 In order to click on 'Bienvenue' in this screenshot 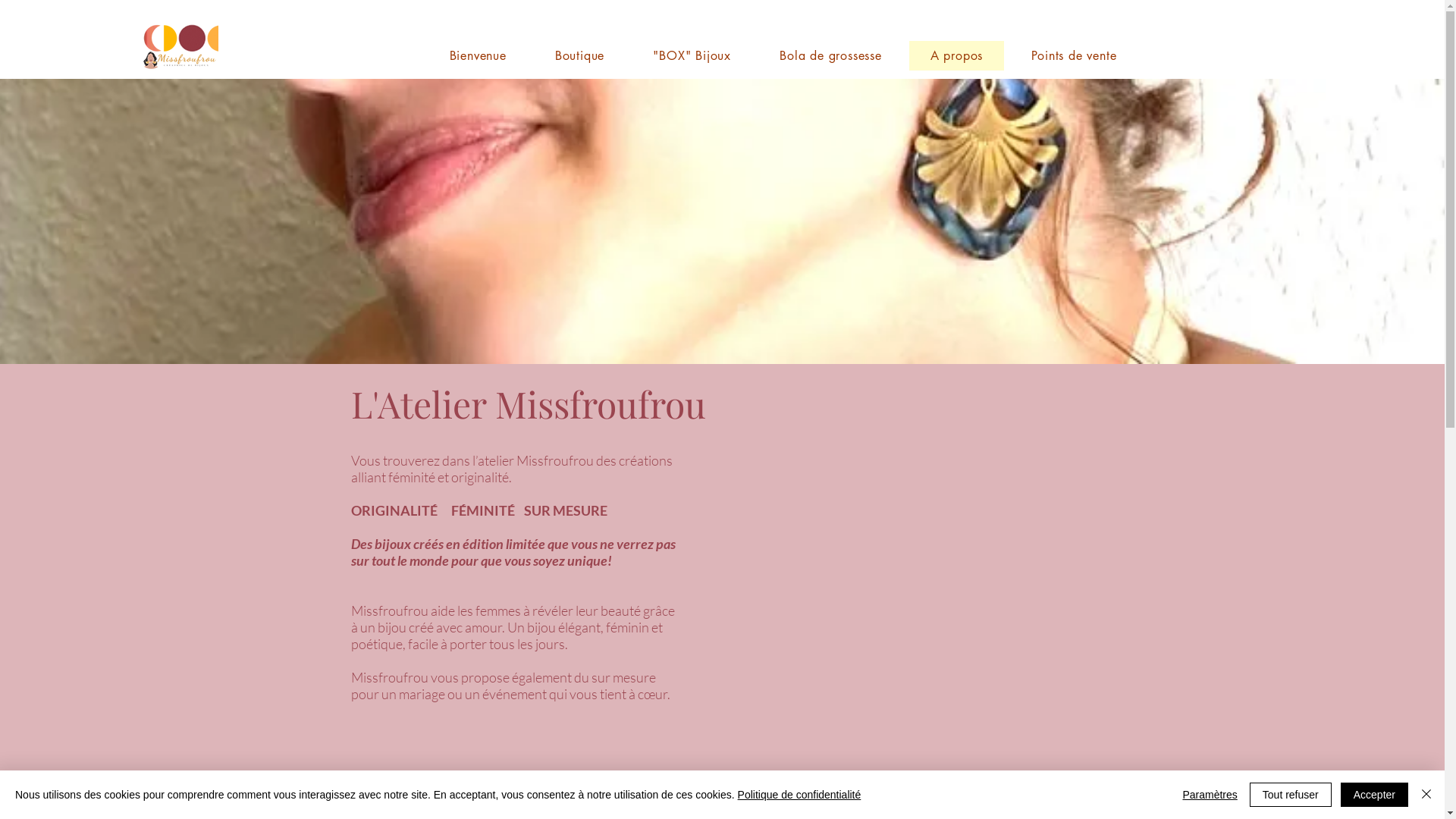, I will do `click(427, 55)`.